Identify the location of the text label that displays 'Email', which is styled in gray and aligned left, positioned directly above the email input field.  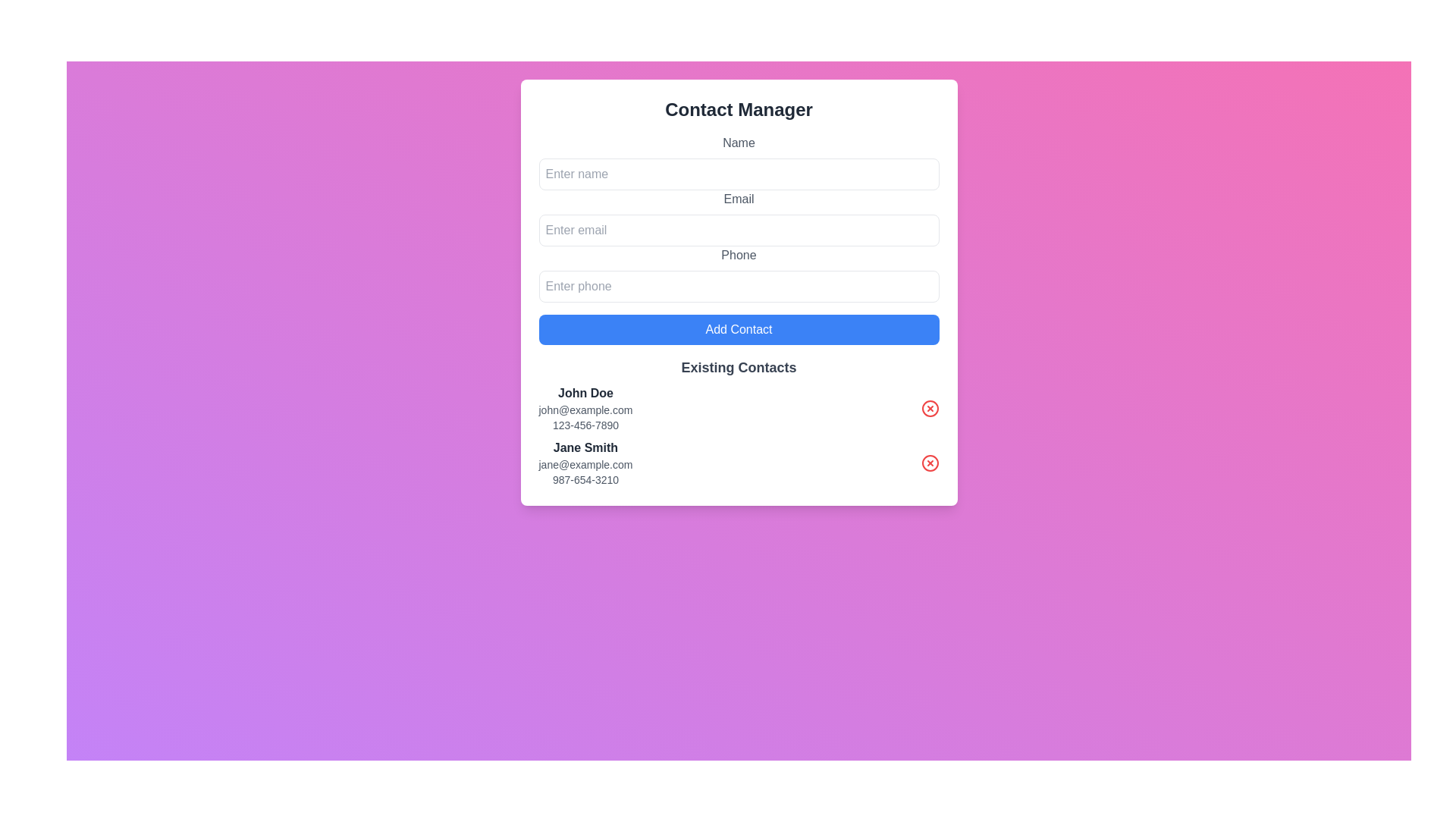
(739, 198).